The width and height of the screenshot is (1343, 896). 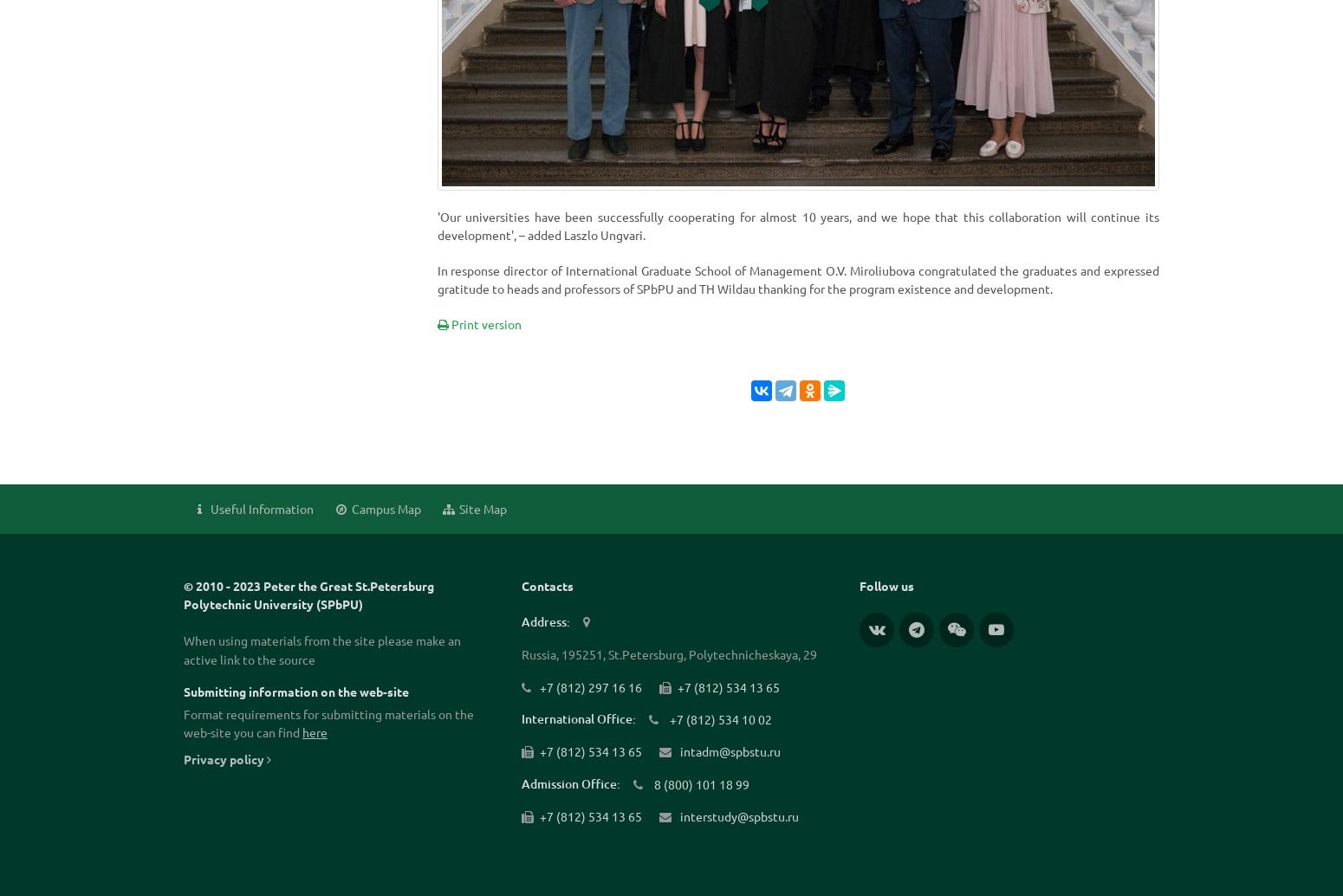 I want to click on 'interstudy@spbstu.ru', so click(x=737, y=816).